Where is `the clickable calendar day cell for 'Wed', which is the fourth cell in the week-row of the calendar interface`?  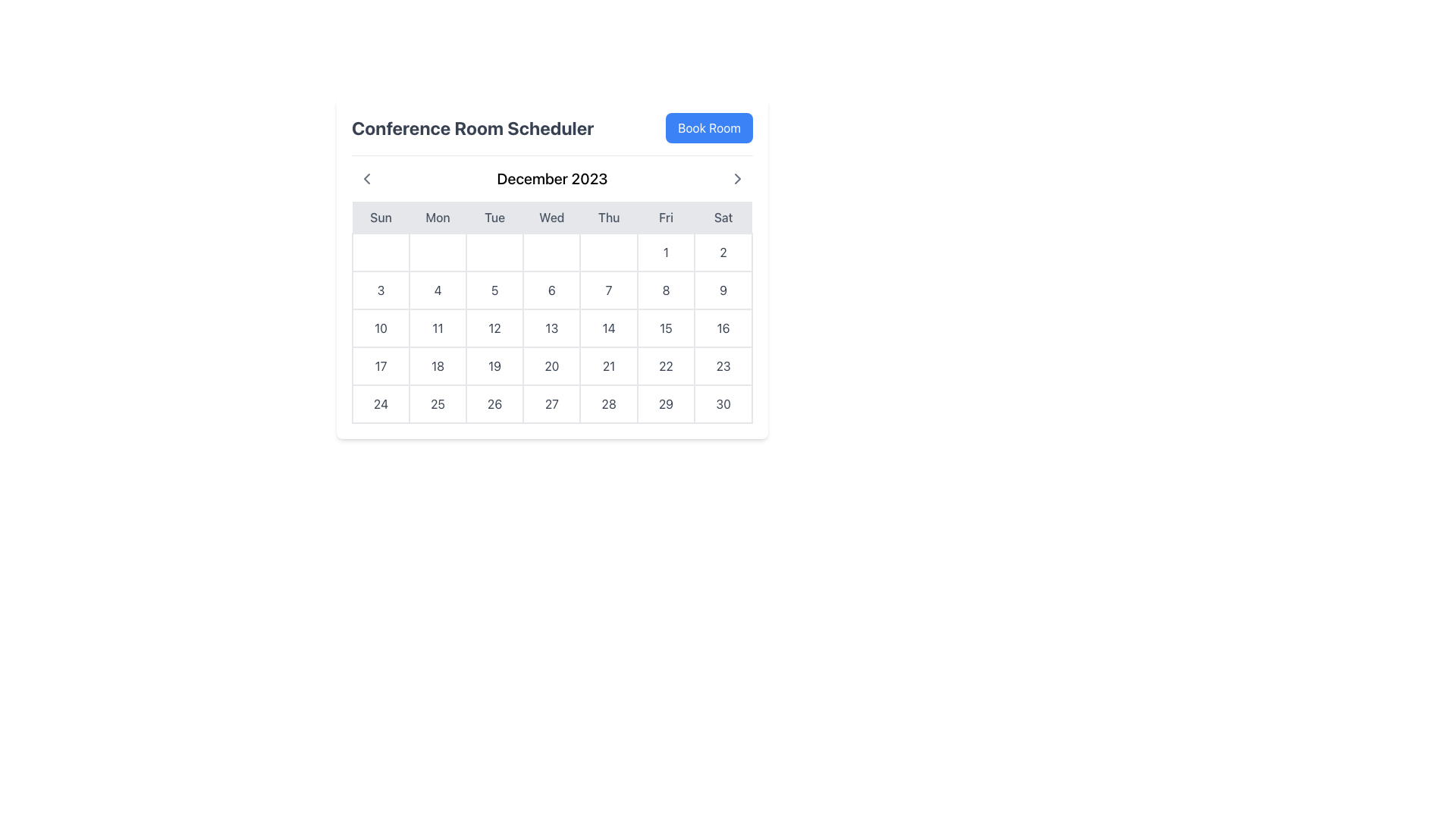
the clickable calendar day cell for 'Wed', which is the fourth cell in the week-row of the calendar interface is located at coordinates (551, 251).